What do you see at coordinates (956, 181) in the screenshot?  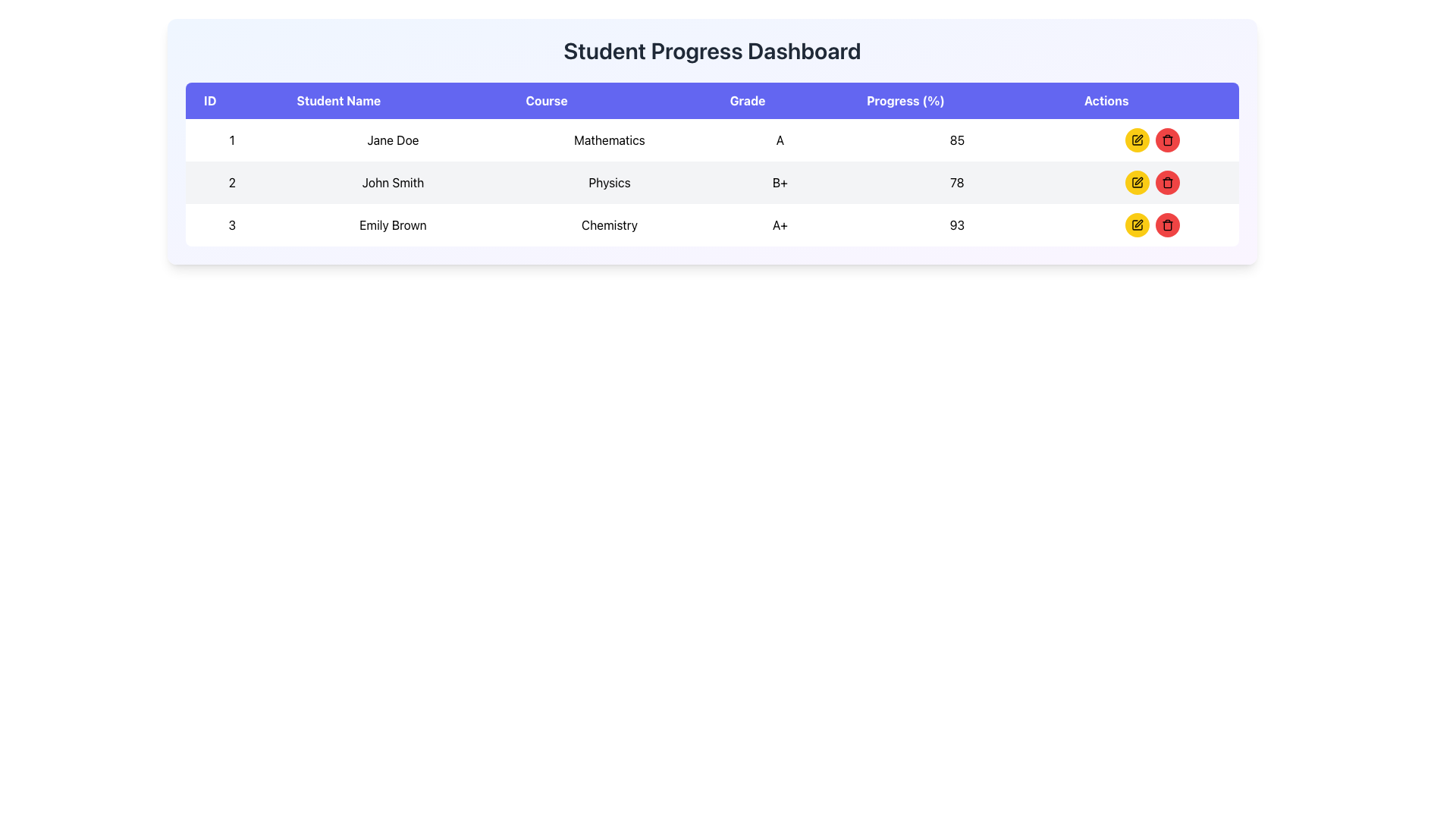 I see `the text label displaying the number '78' in the 'Progress (%)' column for 'John Smith' in the table` at bounding box center [956, 181].